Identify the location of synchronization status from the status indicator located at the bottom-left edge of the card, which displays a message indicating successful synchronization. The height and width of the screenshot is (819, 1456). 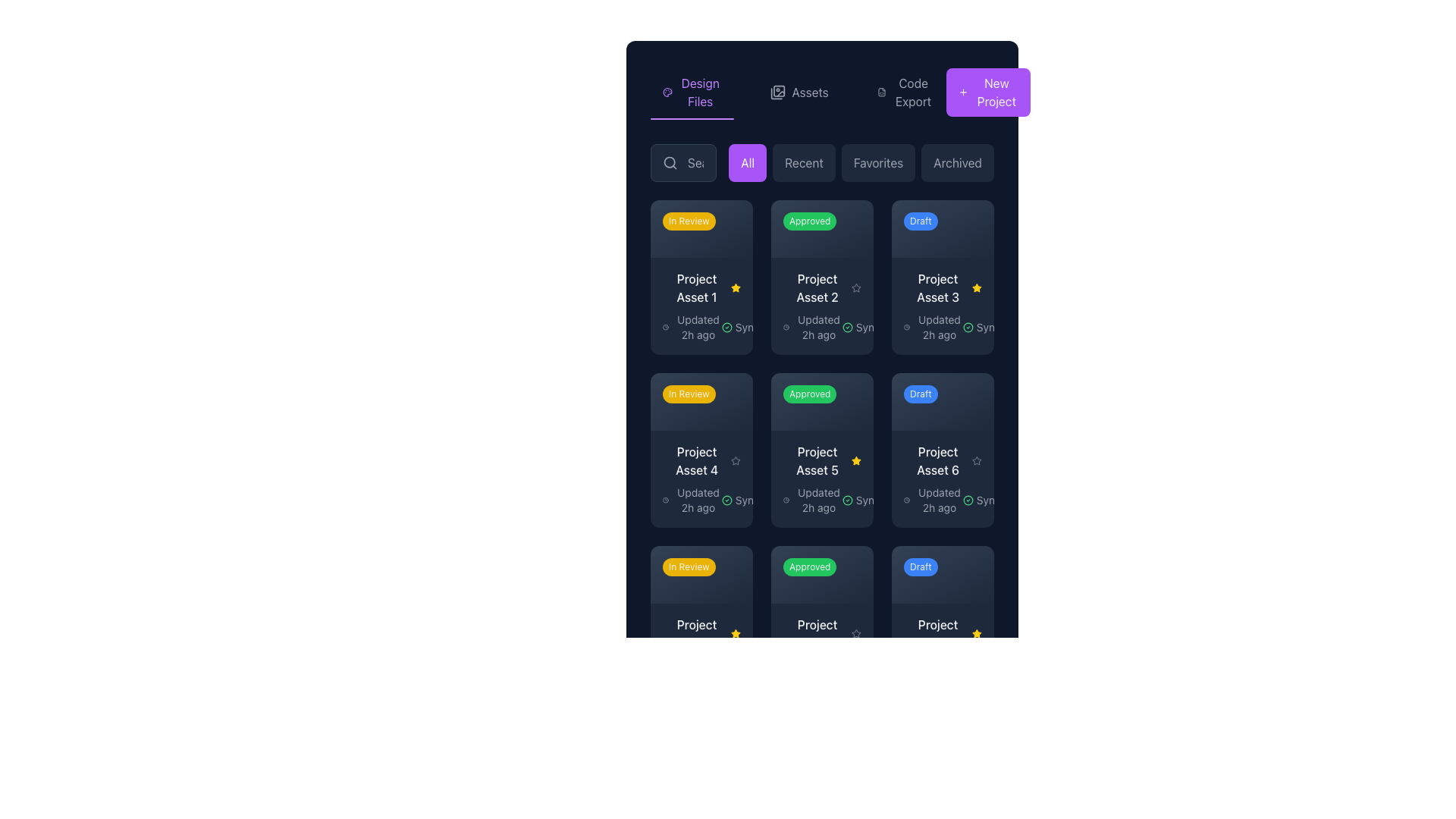
(746, 326).